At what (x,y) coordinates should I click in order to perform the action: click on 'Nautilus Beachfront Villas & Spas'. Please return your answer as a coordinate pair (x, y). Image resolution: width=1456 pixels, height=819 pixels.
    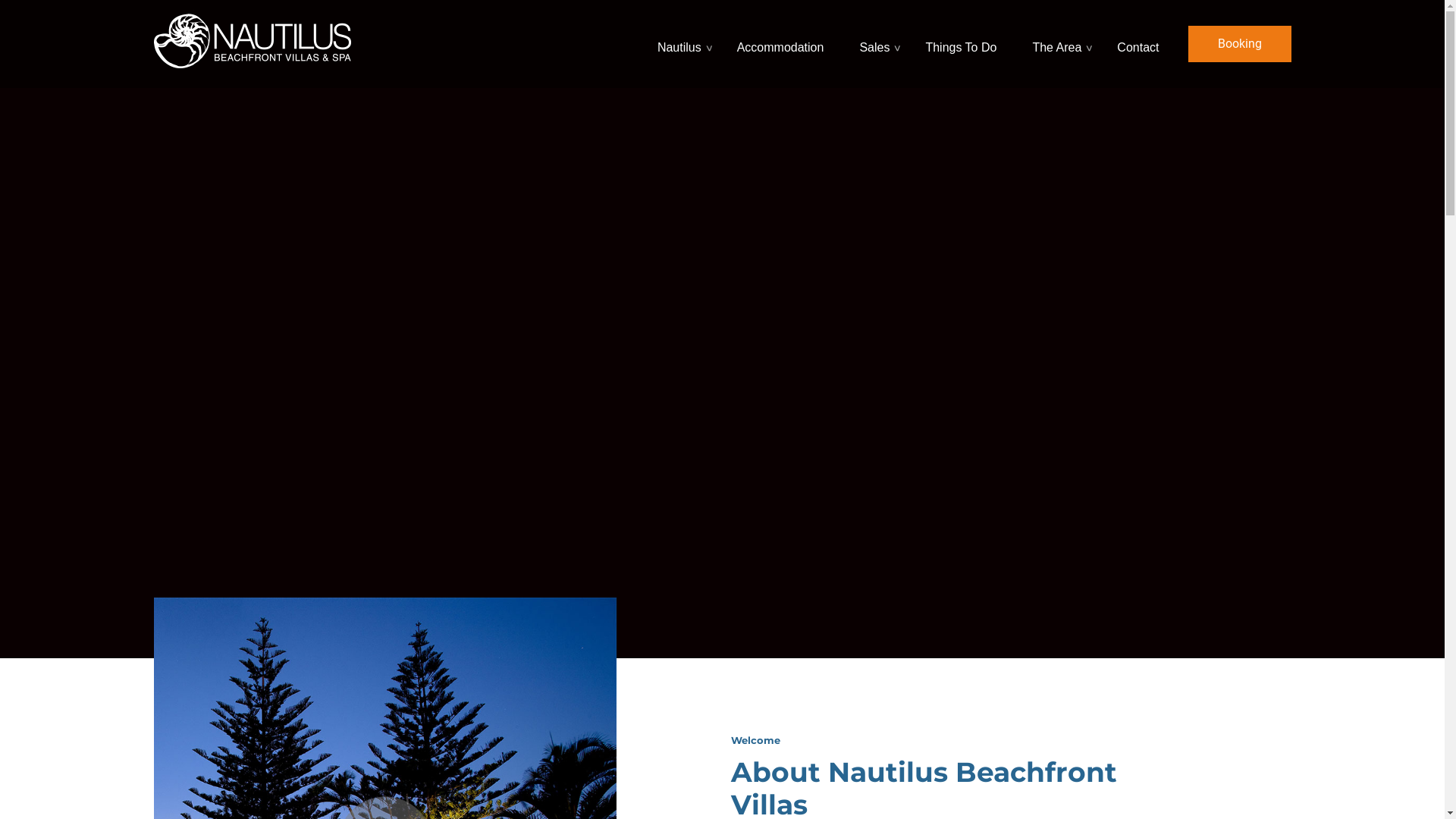
    Looking at the image, I should click on (251, 38).